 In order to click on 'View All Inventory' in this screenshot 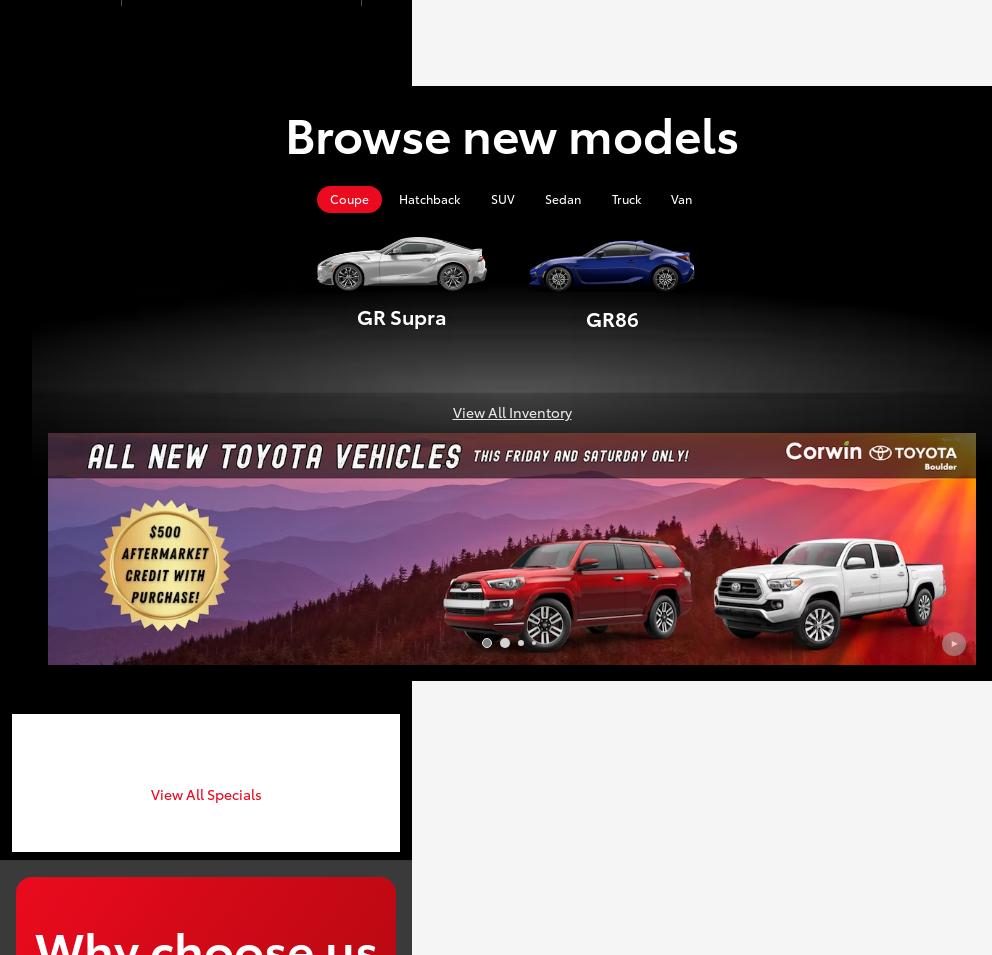, I will do `click(510, 410)`.